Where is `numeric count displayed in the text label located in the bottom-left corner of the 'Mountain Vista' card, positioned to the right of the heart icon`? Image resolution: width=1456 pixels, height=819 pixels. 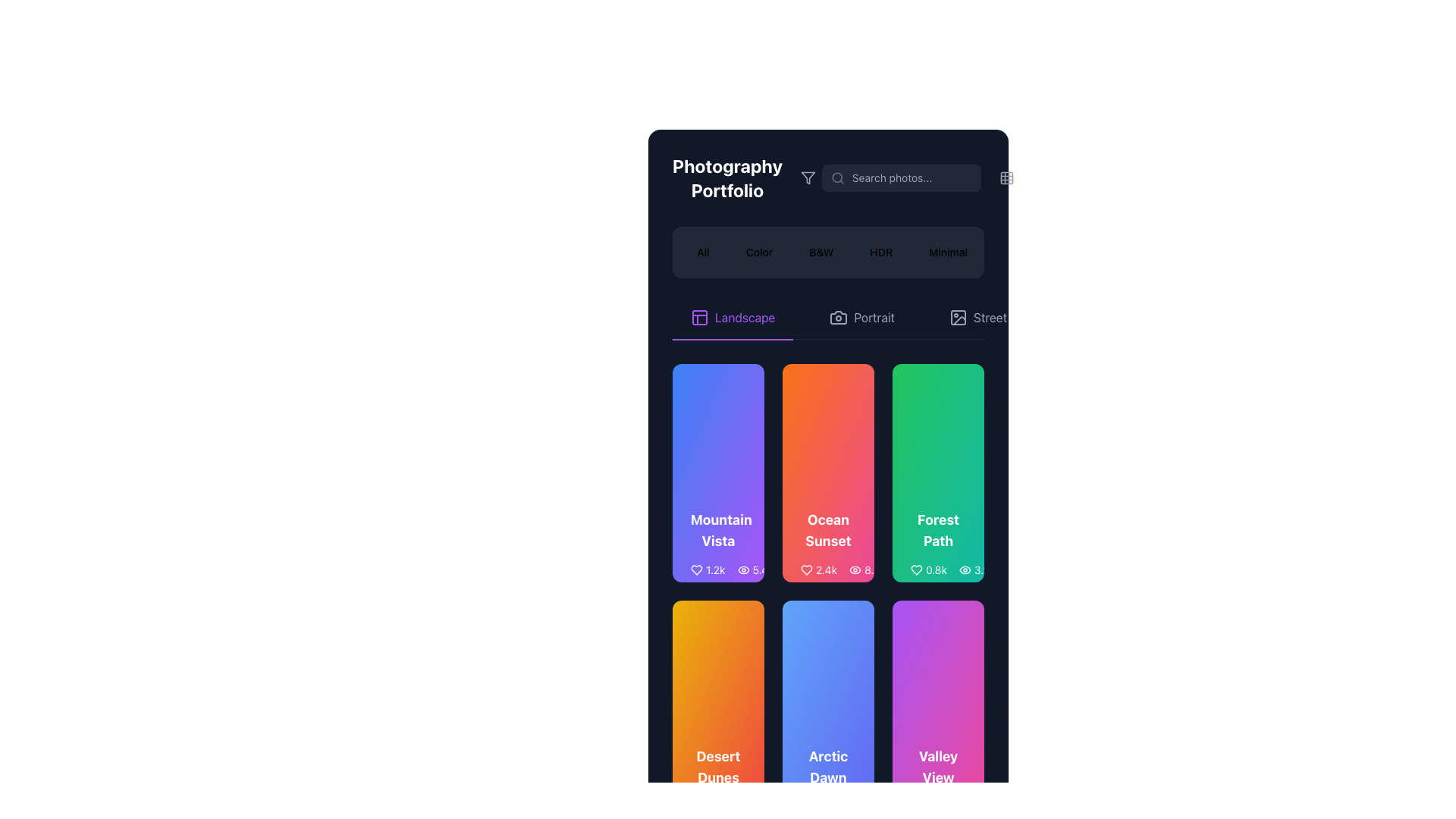
numeric count displayed in the text label located in the bottom-left corner of the 'Mountain Vista' card, positioned to the right of the heart icon is located at coordinates (714, 570).